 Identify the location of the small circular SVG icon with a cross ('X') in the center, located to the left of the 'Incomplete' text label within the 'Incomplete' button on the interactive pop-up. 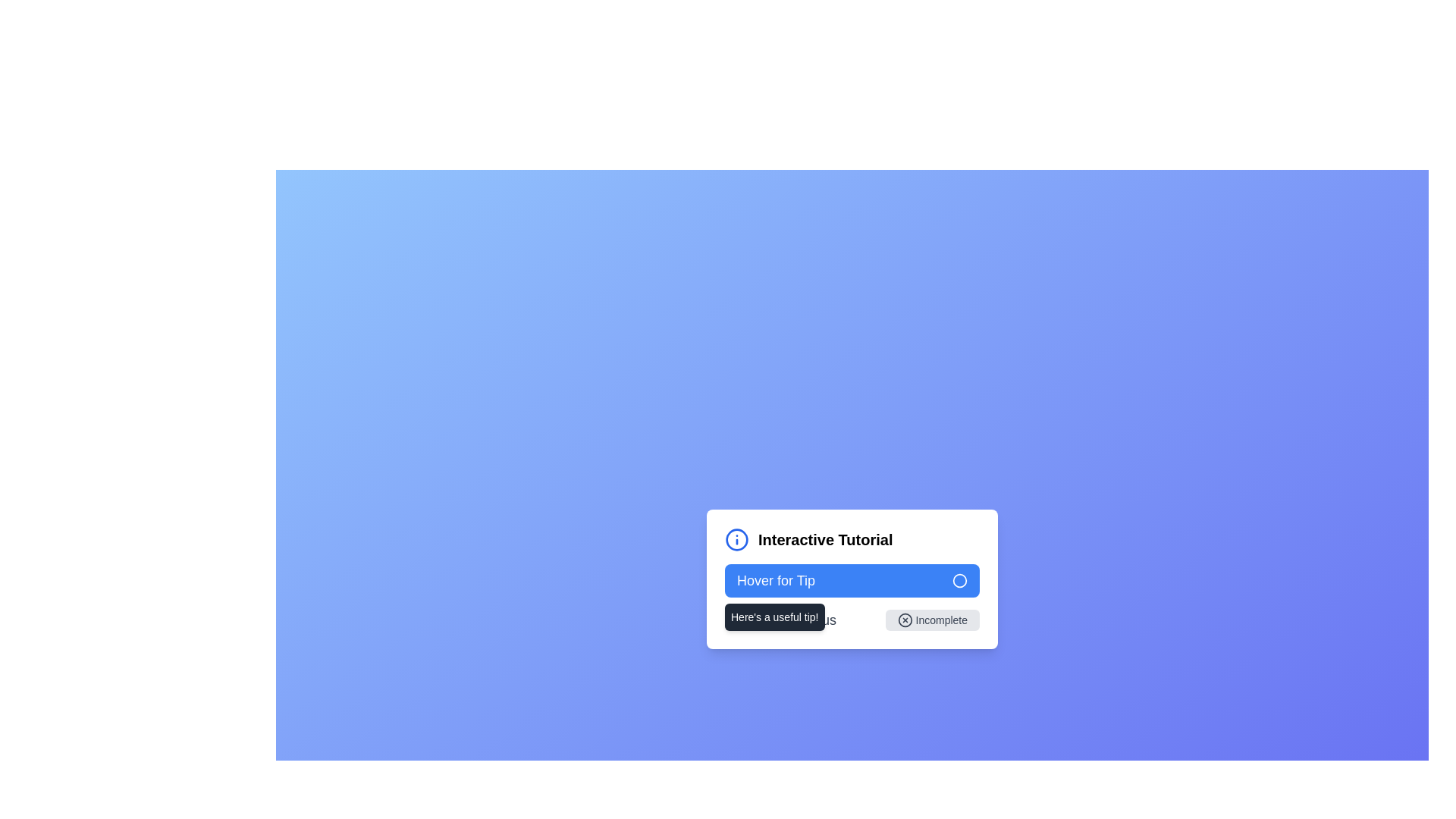
(905, 620).